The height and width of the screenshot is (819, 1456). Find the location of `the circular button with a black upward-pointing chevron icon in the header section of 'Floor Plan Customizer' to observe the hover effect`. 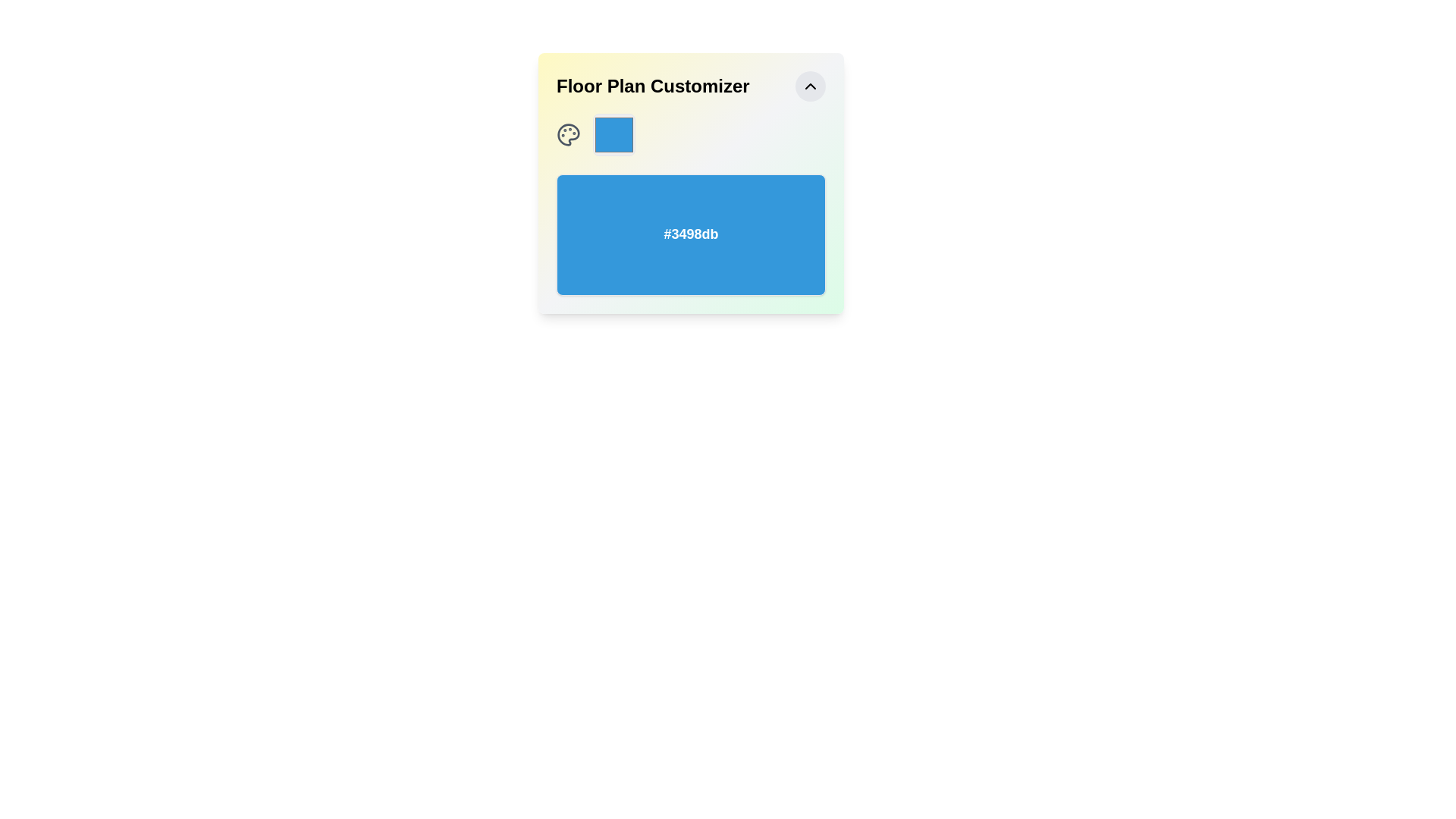

the circular button with a black upward-pointing chevron icon in the header section of 'Floor Plan Customizer' to observe the hover effect is located at coordinates (810, 86).